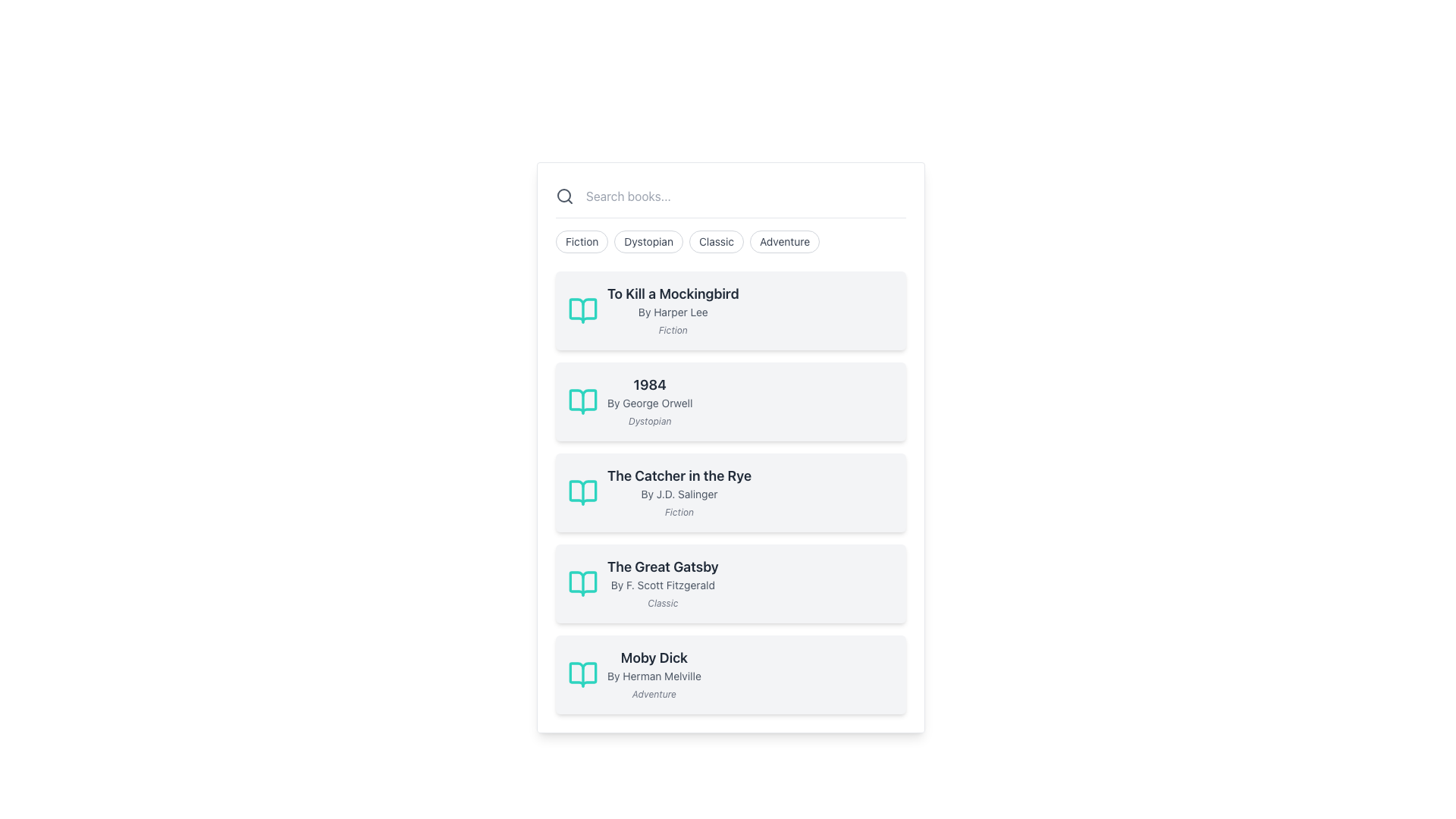 This screenshot has width=1456, height=819. Describe the element at coordinates (663, 602) in the screenshot. I see `the 'Classic' genre label located in the lower-right area of the text block for the book 'The Great Gatsby', positioned beneath the author's name and to the right of the title text` at that location.